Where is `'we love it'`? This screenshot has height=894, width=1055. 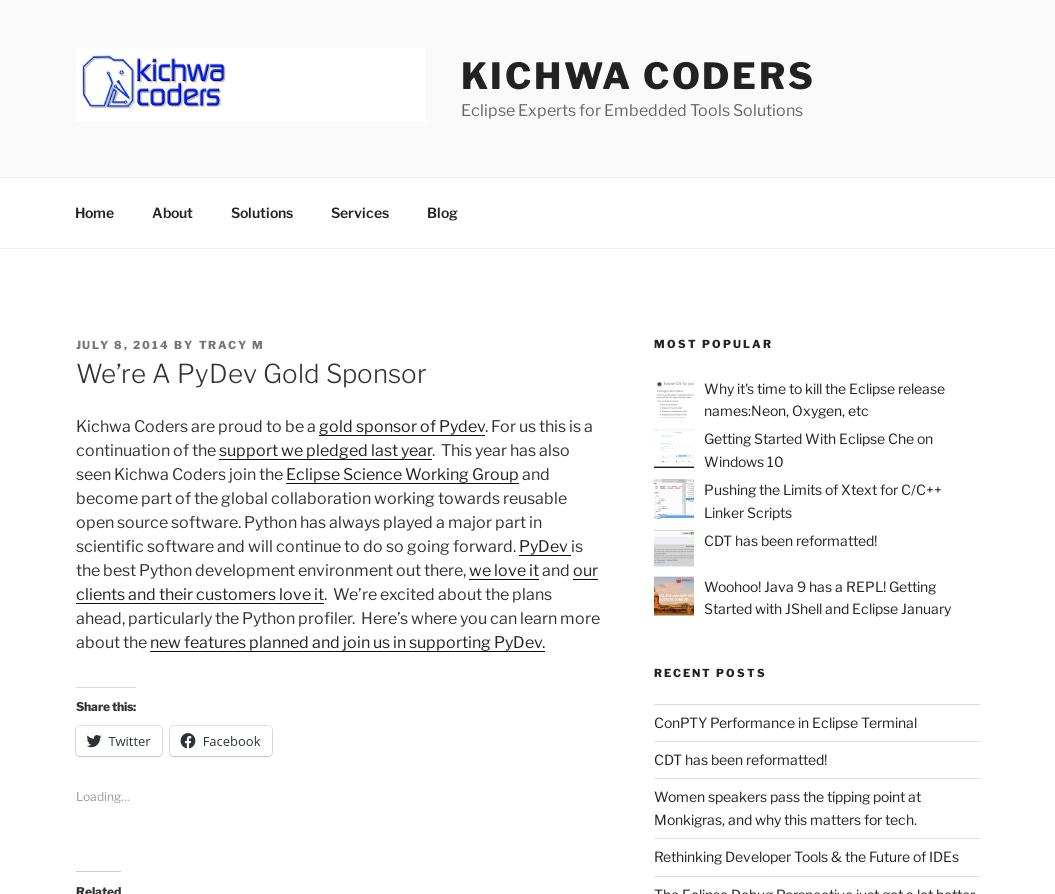 'we love it' is located at coordinates (466, 569).